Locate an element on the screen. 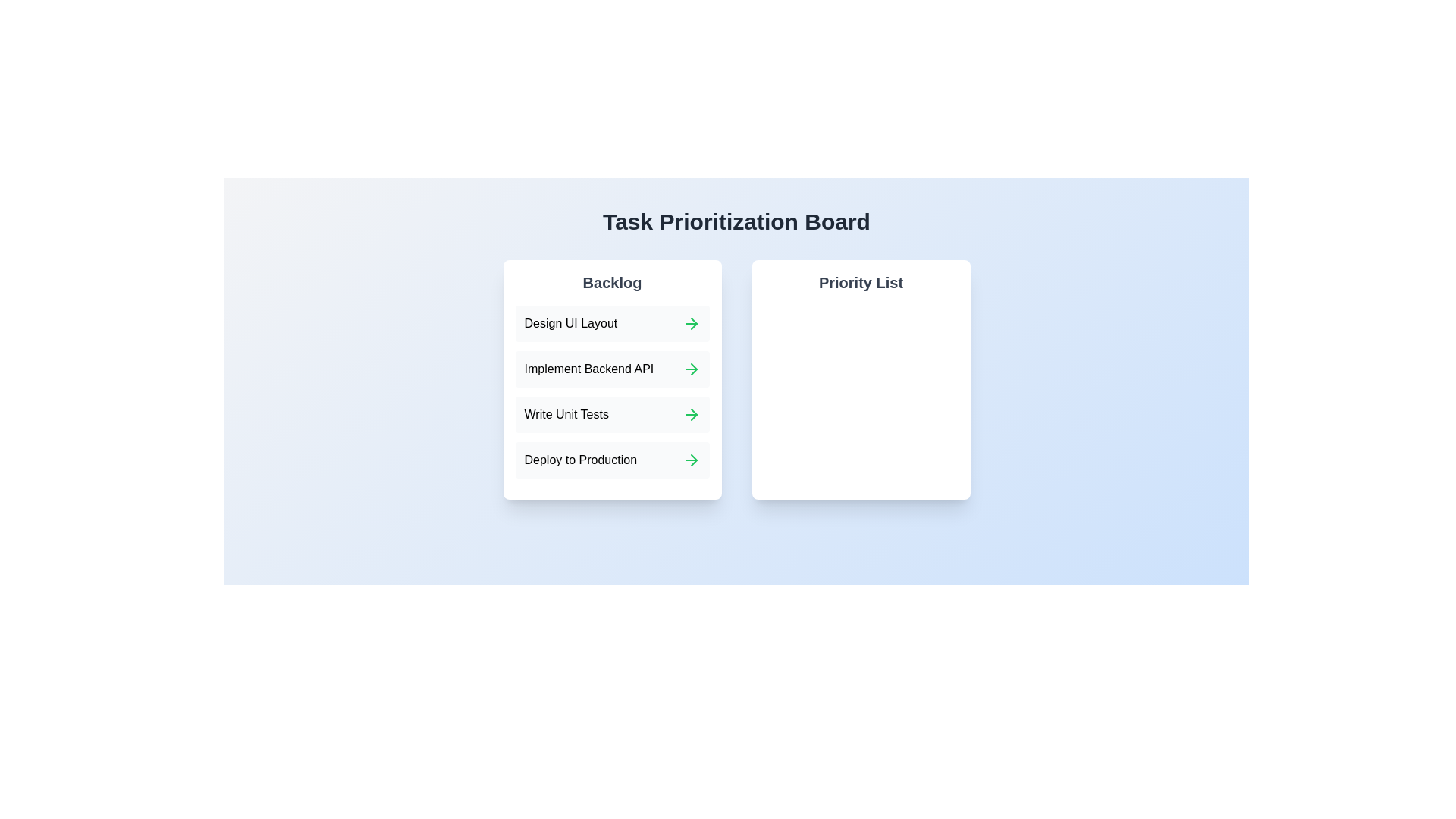  the task 'Deploy to Production' in the Backlog section is located at coordinates (570, 459).